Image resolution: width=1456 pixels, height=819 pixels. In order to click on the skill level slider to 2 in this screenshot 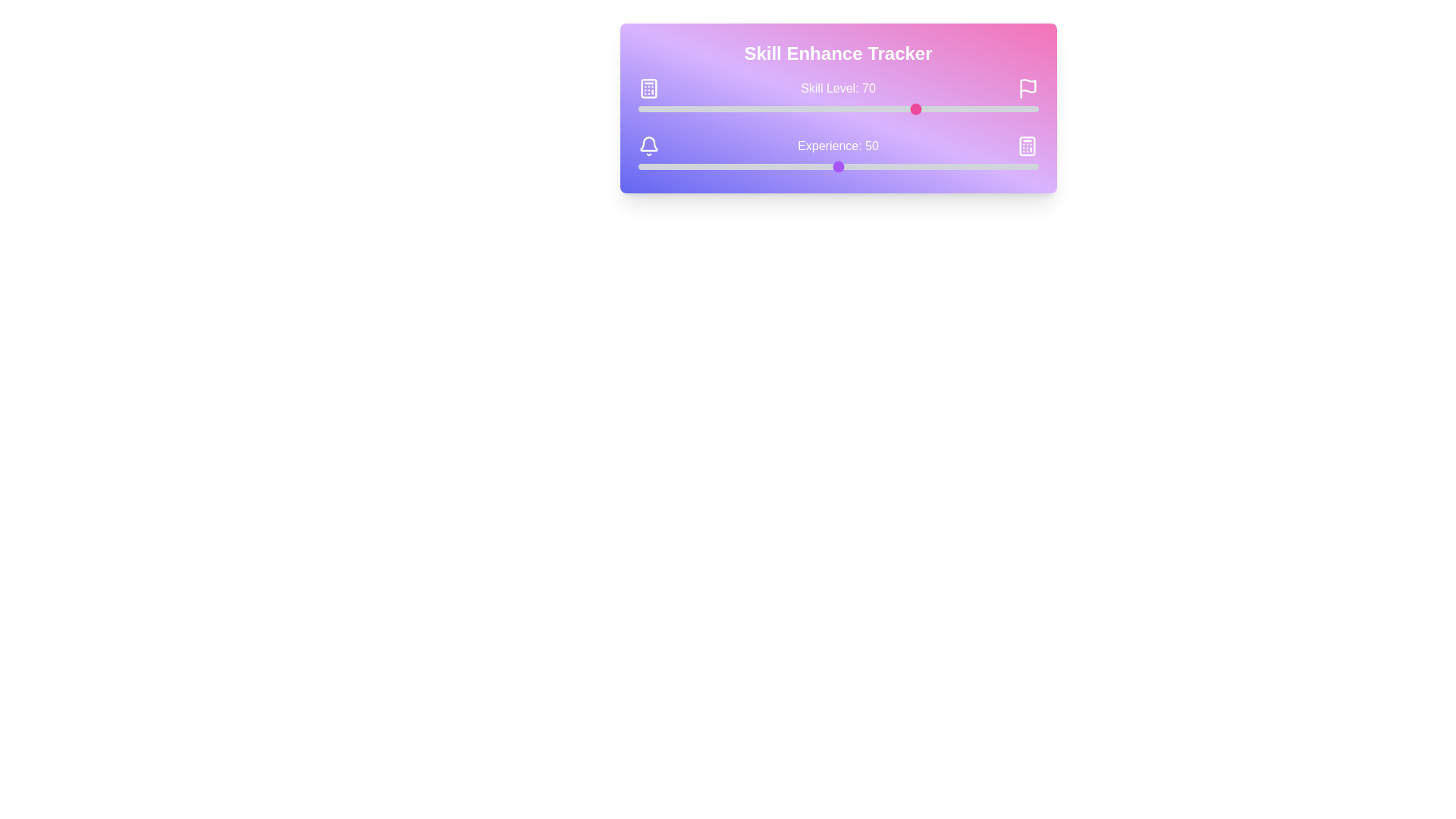, I will do `click(646, 108)`.